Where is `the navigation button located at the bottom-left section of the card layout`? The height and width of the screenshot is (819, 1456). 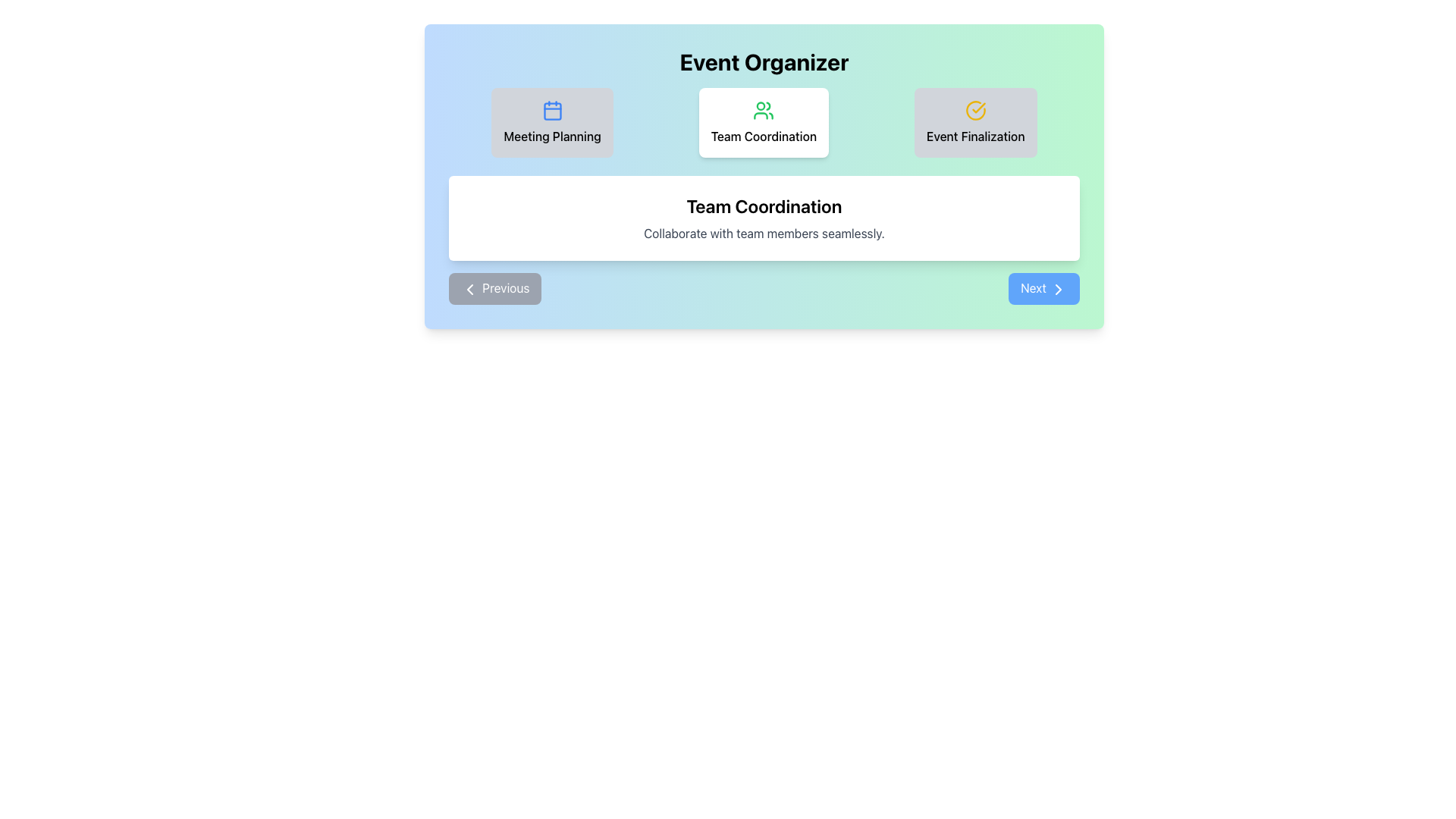
the navigation button located at the bottom-left section of the card layout is located at coordinates (495, 288).